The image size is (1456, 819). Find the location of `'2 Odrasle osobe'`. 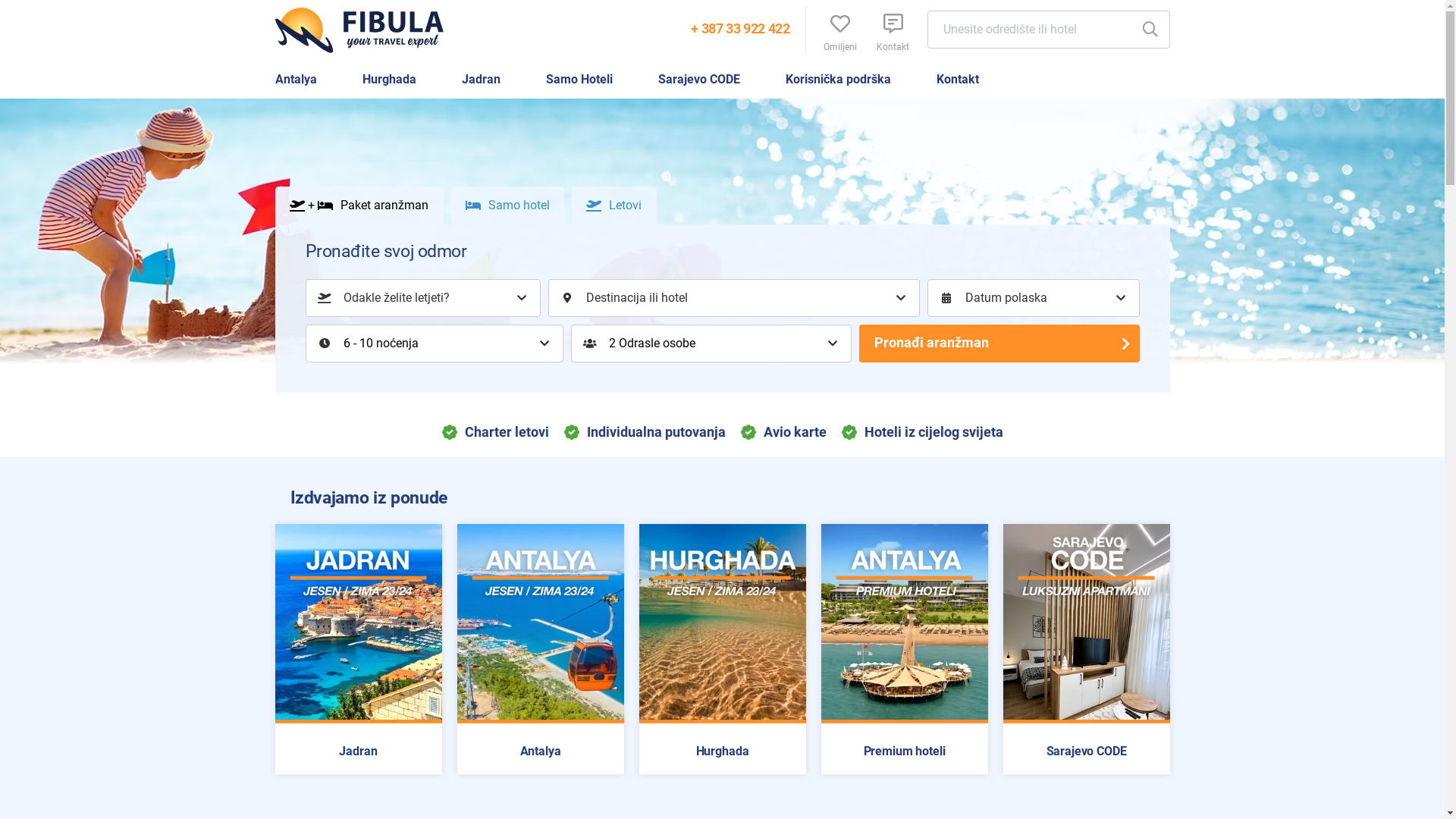

'2 Odrasle osobe' is located at coordinates (709, 343).